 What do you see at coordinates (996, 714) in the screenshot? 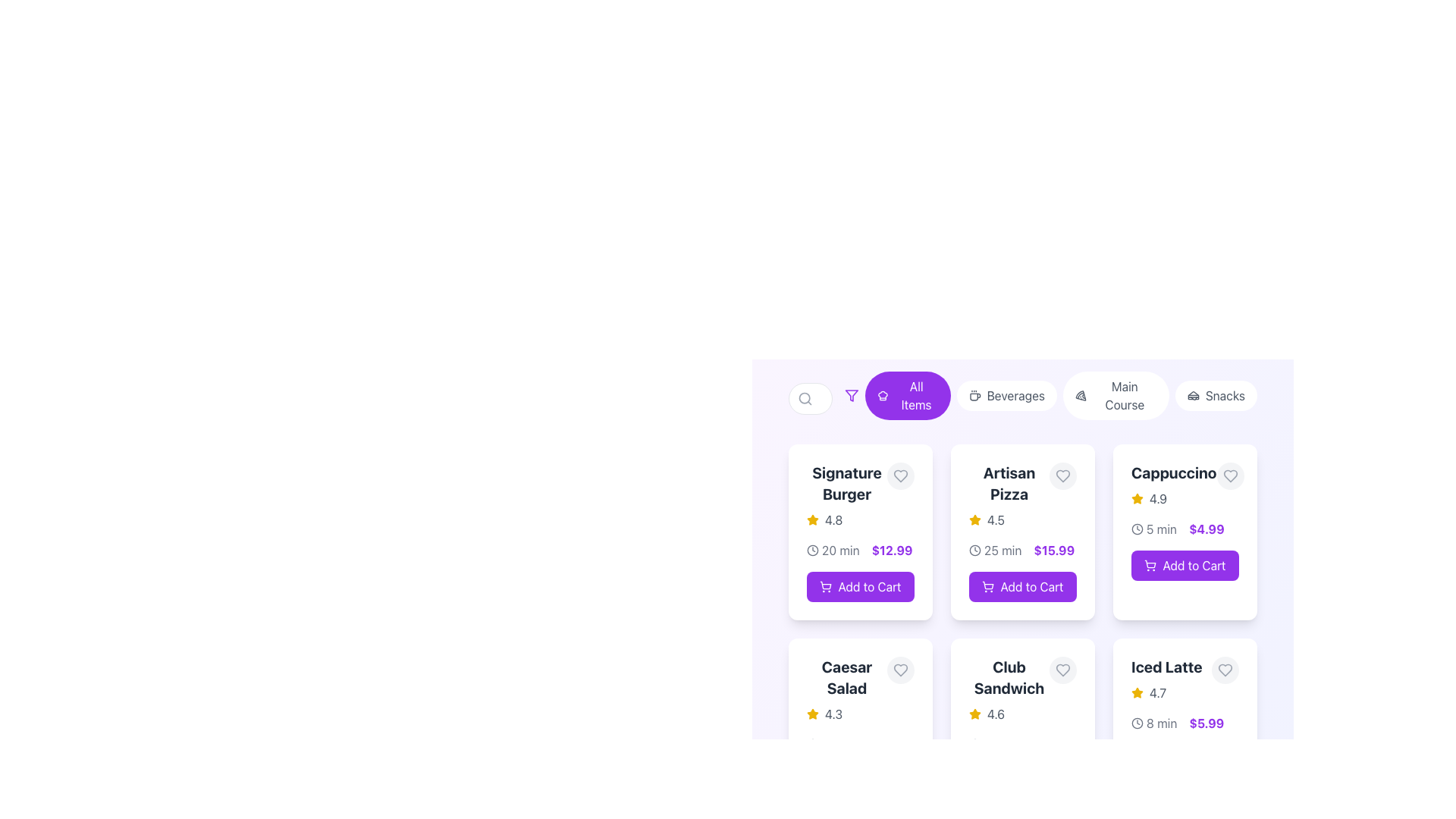
I see `the text label displaying the rating value '4.6' located near the star icon in the 'Club Sandwich' card` at bounding box center [996, 714].